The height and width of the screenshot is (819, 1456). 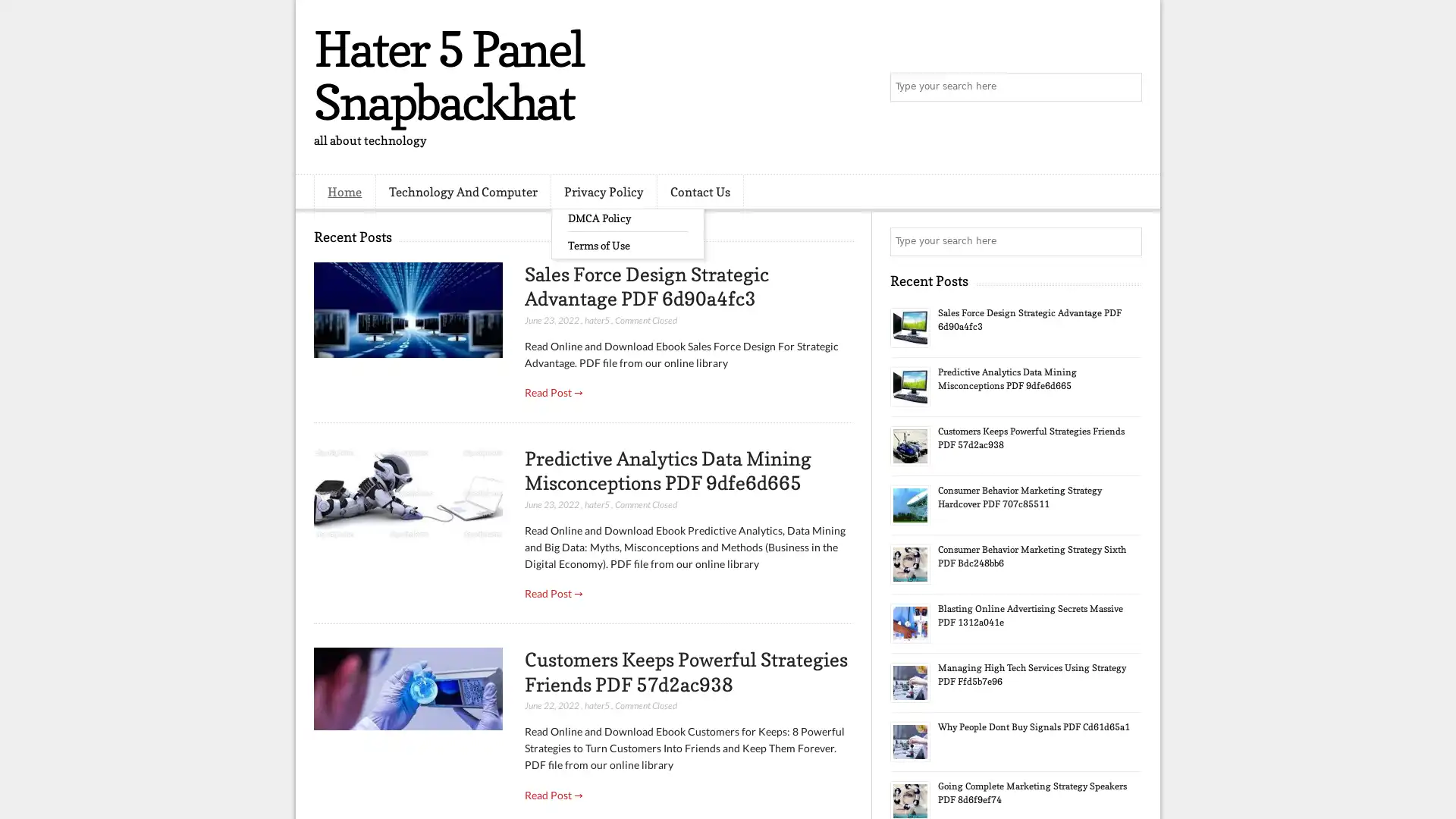 What do you see at coordinates (1126, 241) in the screenshot?
I see `Search` at bounding box center [1126, 241].